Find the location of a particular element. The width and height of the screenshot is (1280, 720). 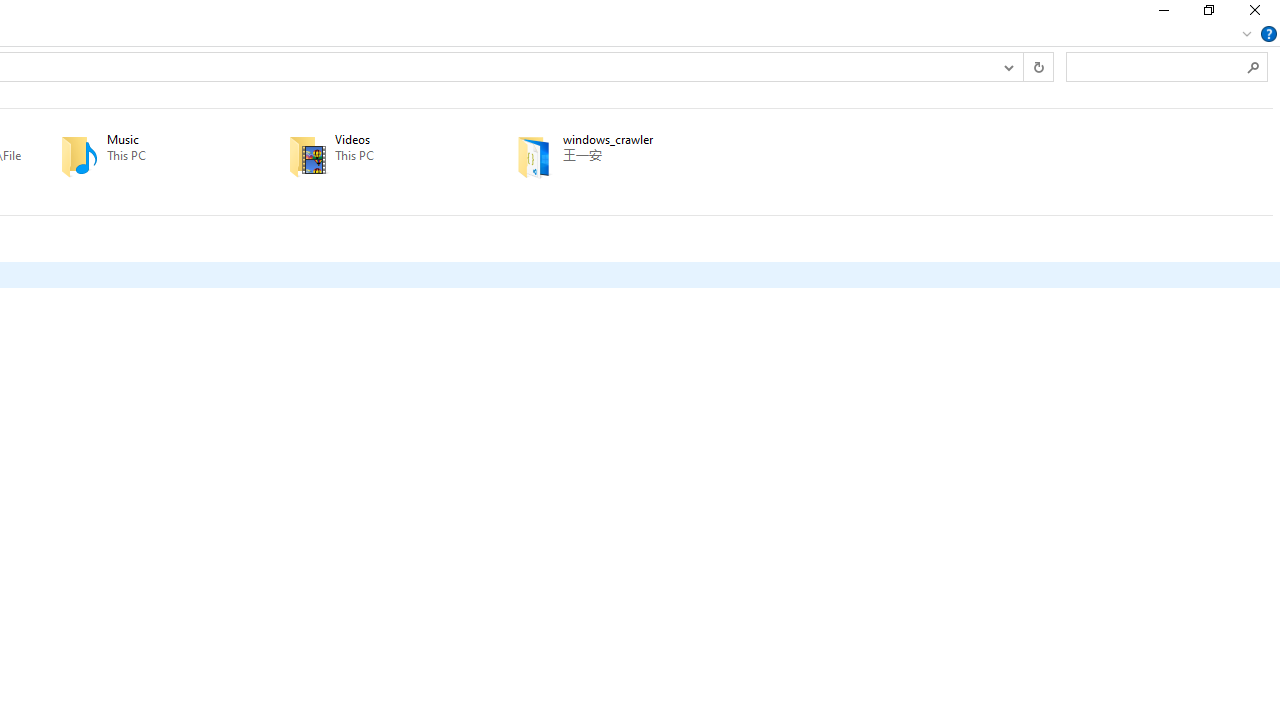

'Minimize' is located at coordinates (1162, 15).